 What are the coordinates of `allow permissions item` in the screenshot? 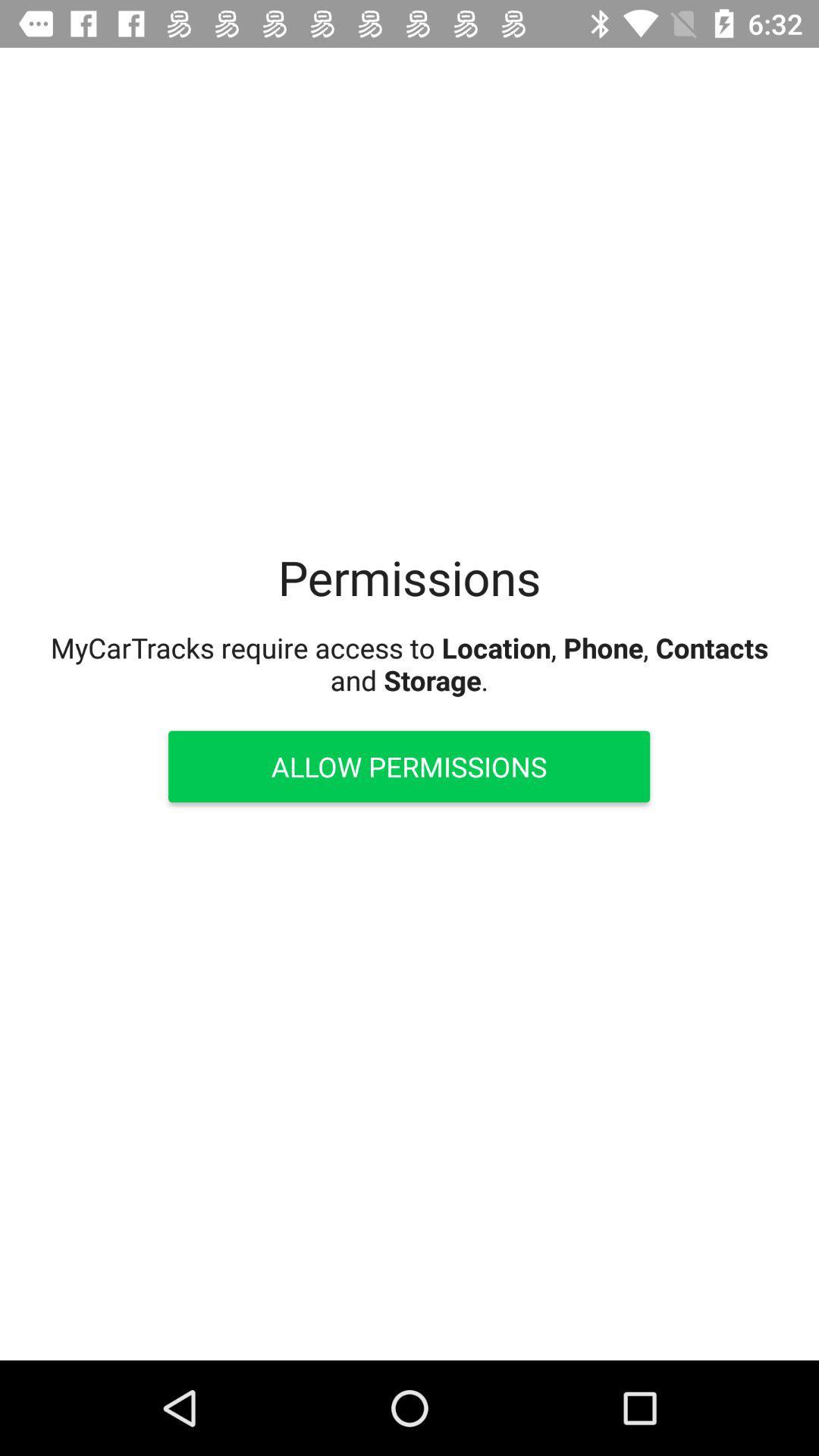 It's located at (408, 767).